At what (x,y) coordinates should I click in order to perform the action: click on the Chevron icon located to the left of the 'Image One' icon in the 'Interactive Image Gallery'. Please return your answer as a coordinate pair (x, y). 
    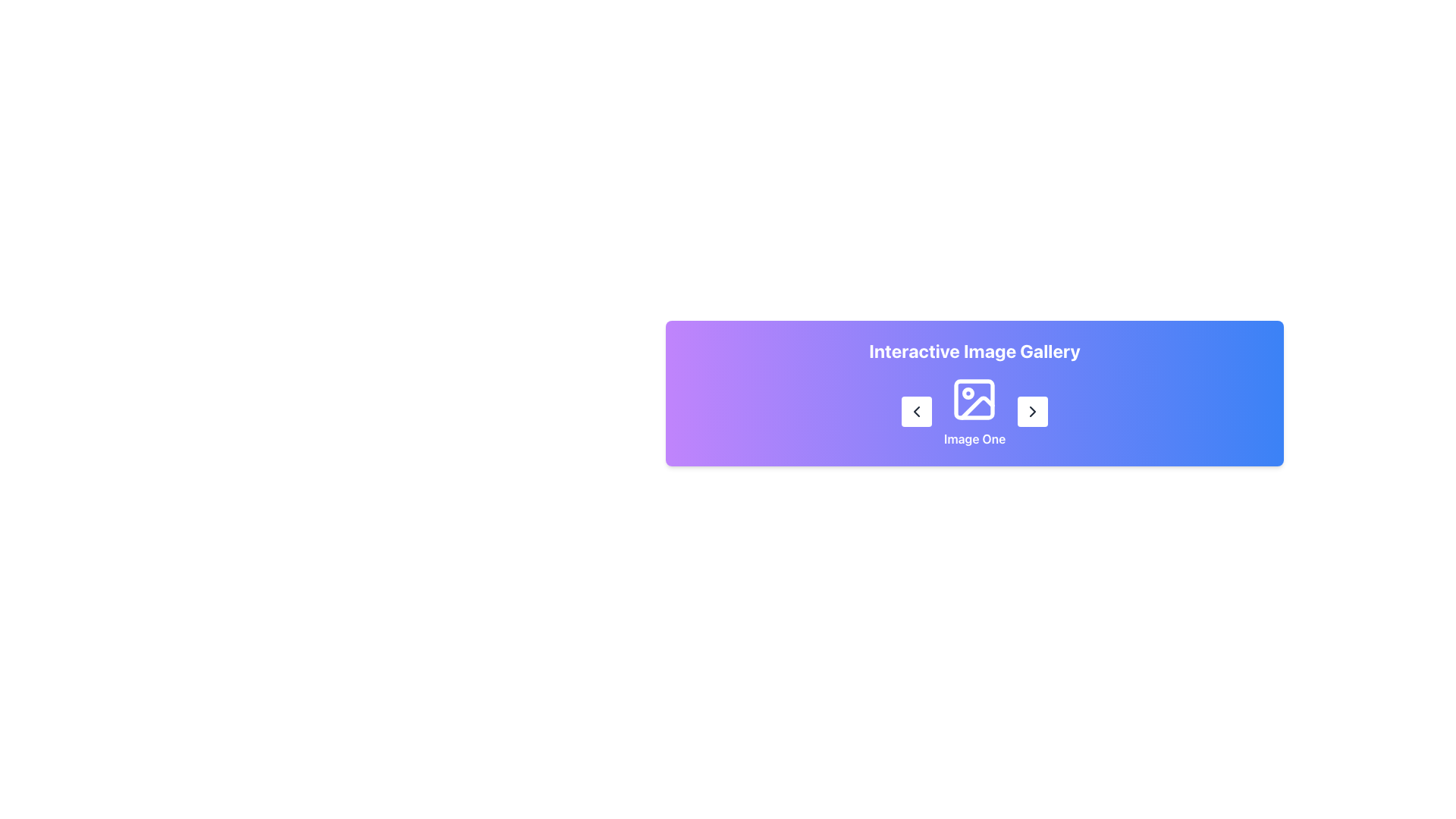
    Looking at the image, I should click on (915, 412).